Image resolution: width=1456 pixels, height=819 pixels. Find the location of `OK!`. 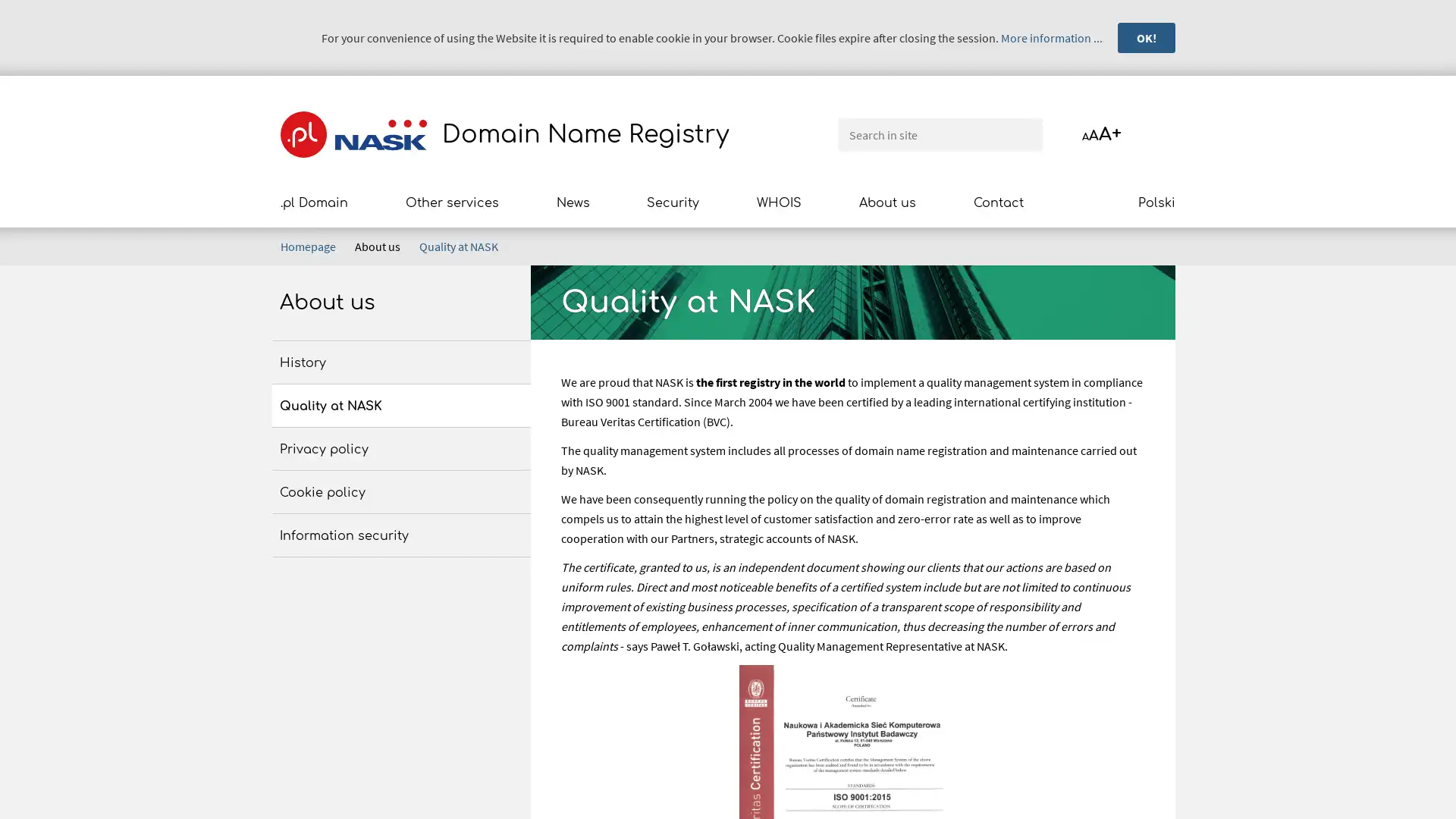

OK! is located at coordinates (1147, 37).